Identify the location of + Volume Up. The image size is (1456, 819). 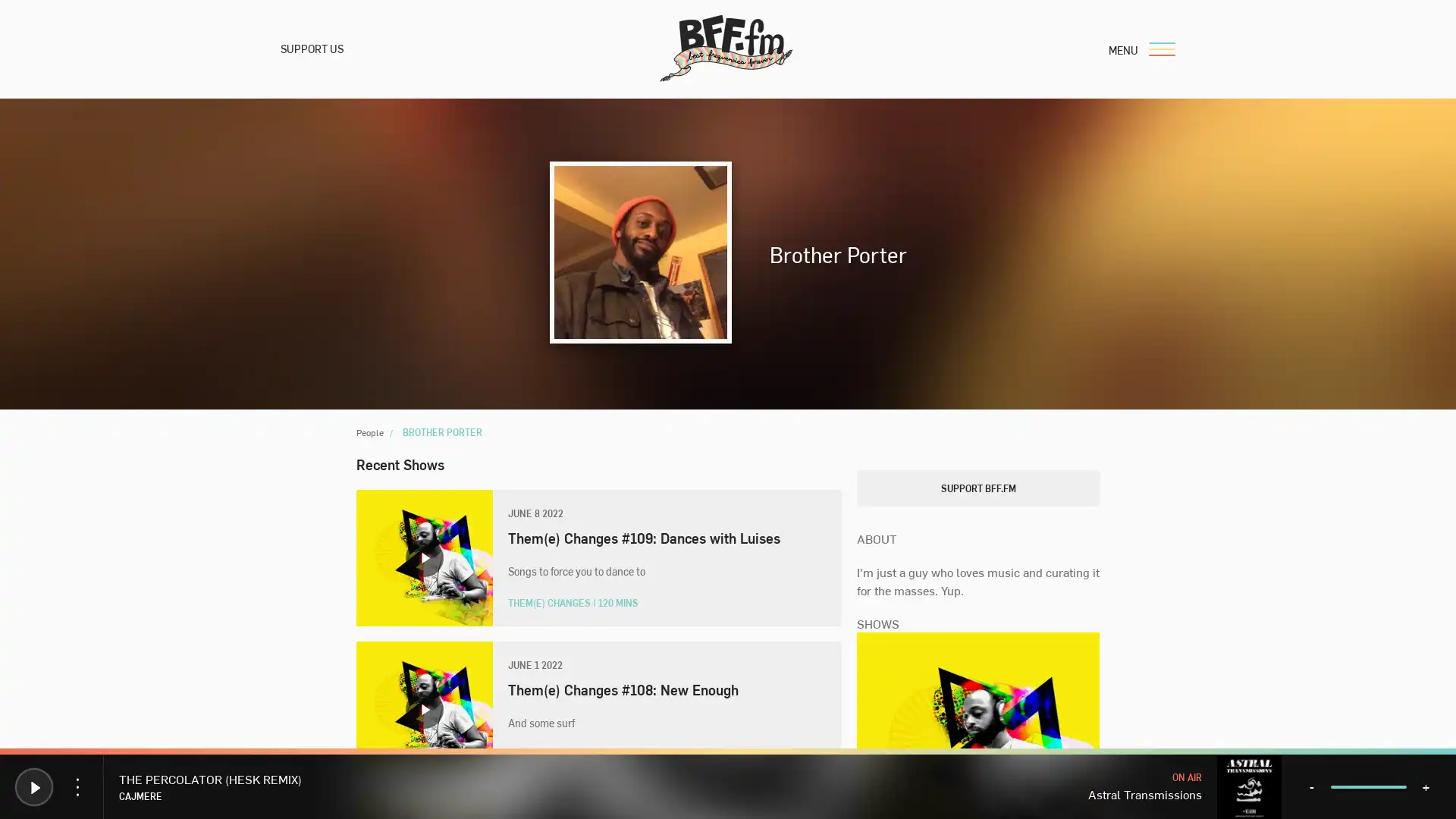
(1425, 786).